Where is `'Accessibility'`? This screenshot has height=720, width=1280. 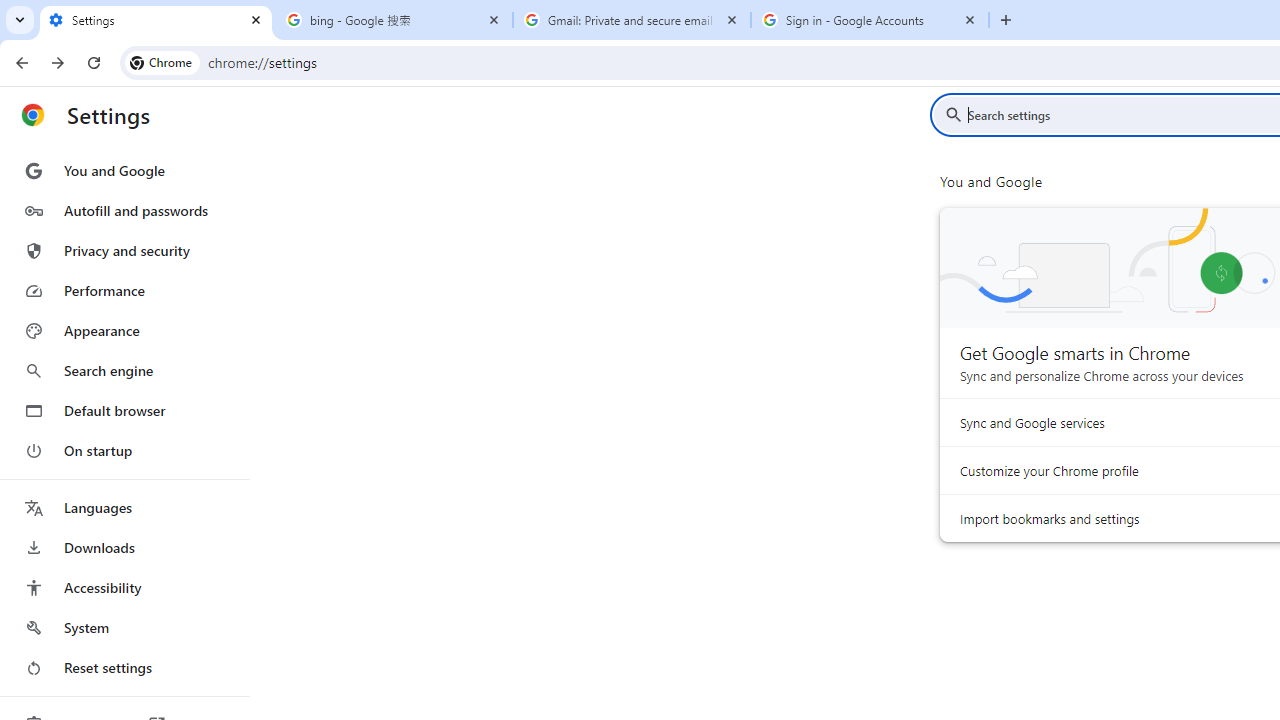 'Accessibility' is located at coordinates (123, 586).